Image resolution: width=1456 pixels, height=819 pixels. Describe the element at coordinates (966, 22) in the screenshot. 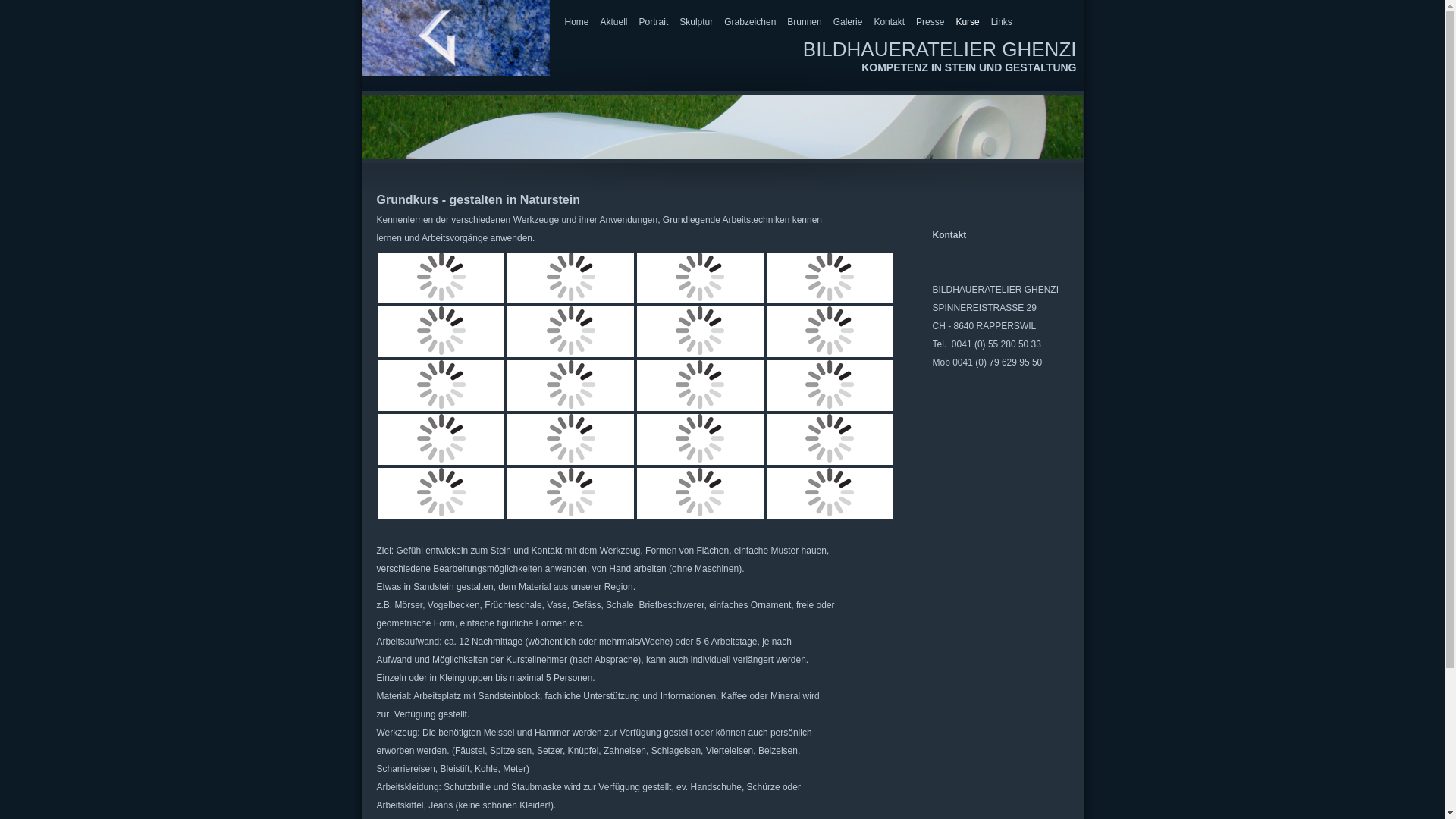

I see `'Kurse'` at that location.